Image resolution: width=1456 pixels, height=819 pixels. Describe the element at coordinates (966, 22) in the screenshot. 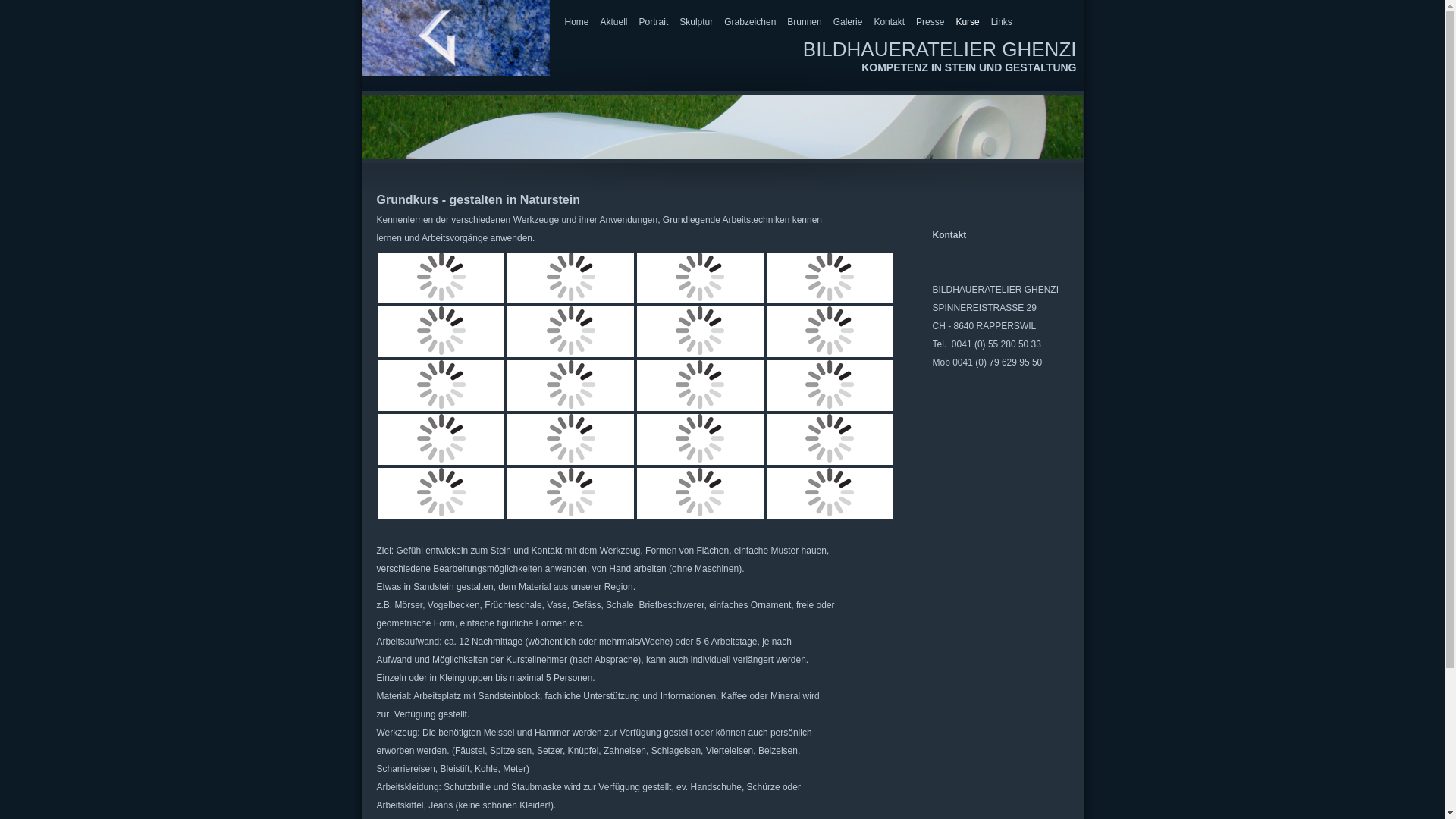

I see `'Kurse'` at that location.